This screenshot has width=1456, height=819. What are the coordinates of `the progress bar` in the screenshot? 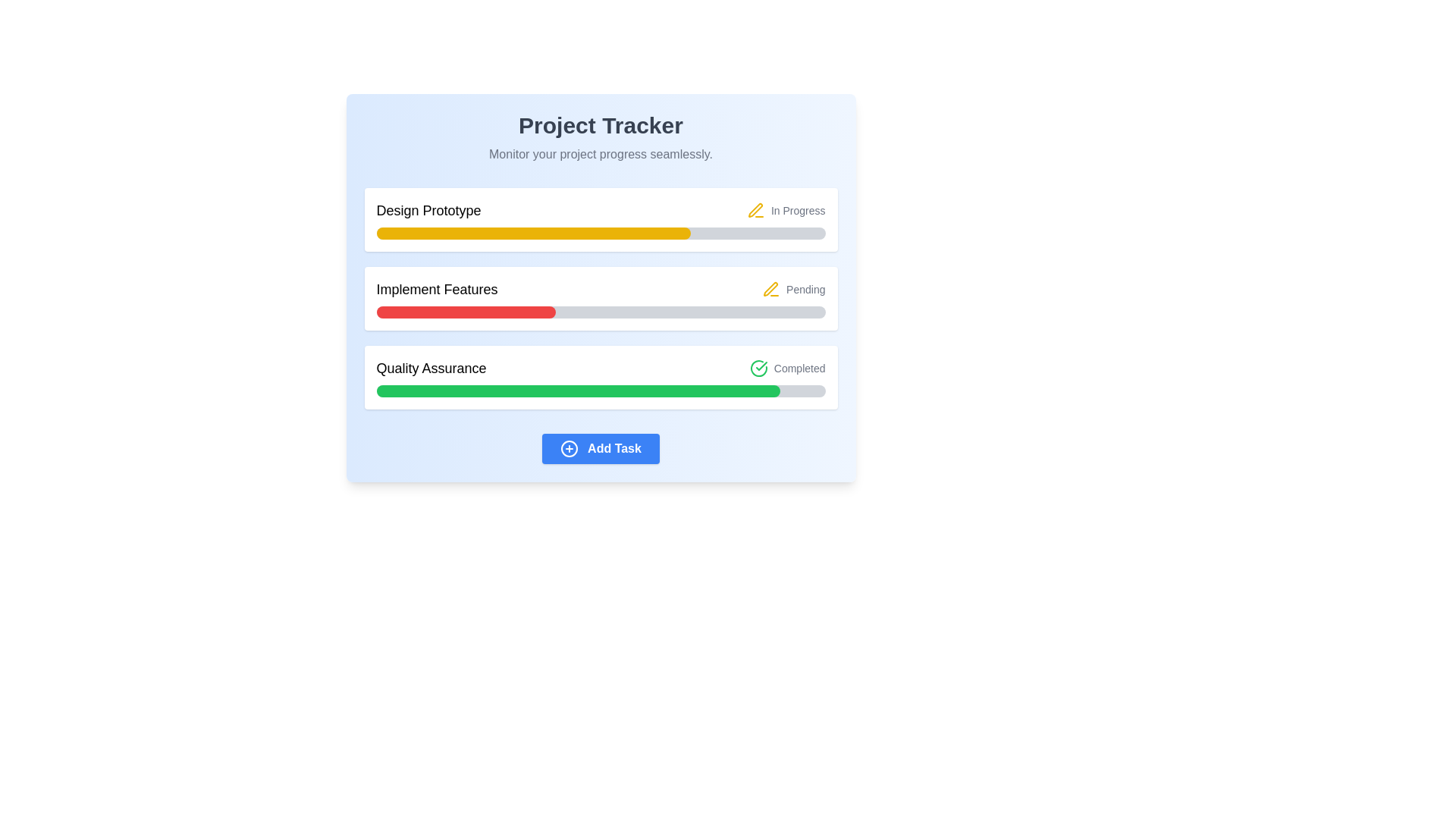 It's located at (577, 234).